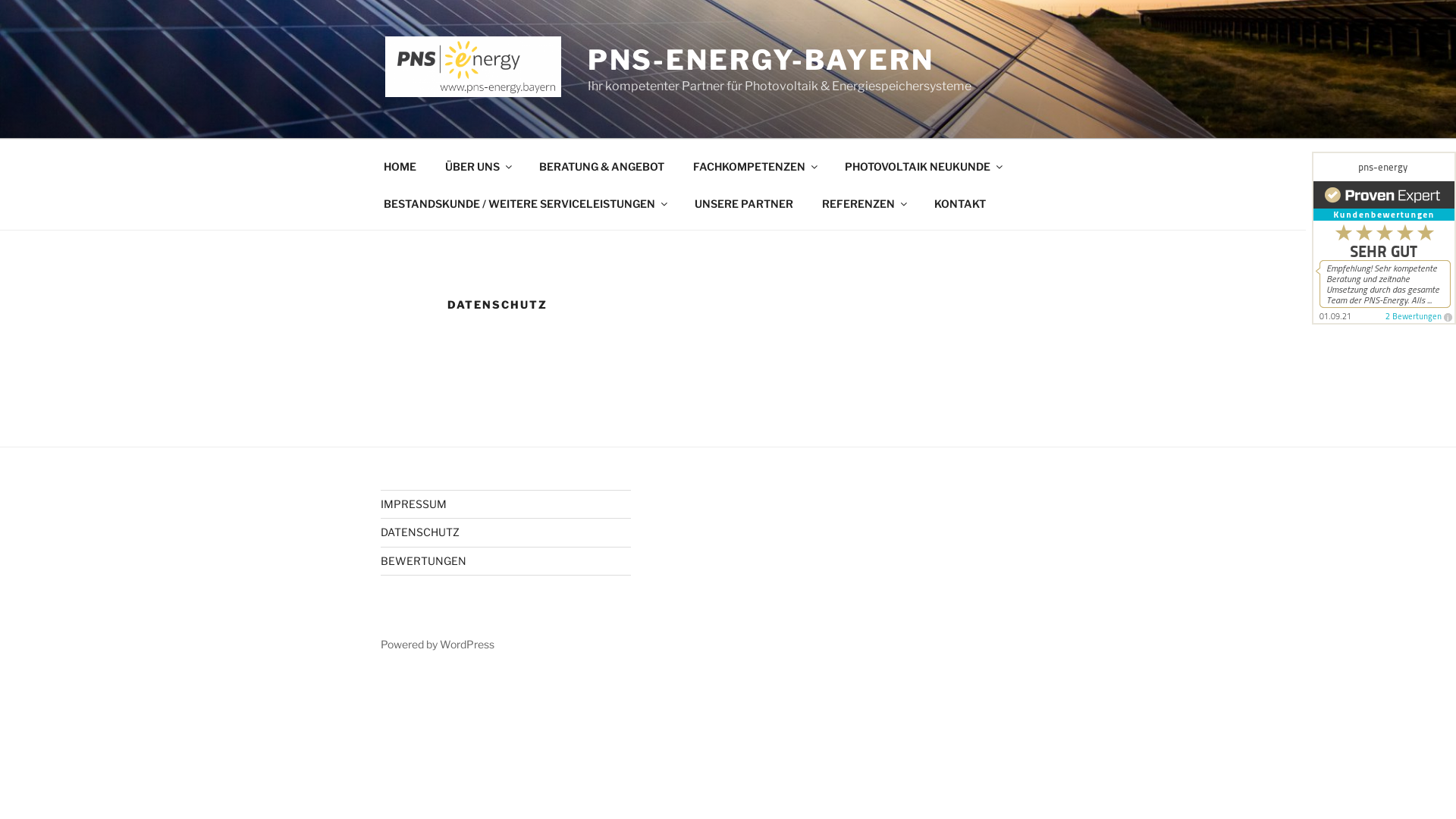 The height and width of the screenshot is (819, 1456). What do you see at coordinates (921, 165) in the screenshot?
I see `'PHOTOVOLTAIK NEUKUNDE'` at bounding box center [921, 165].